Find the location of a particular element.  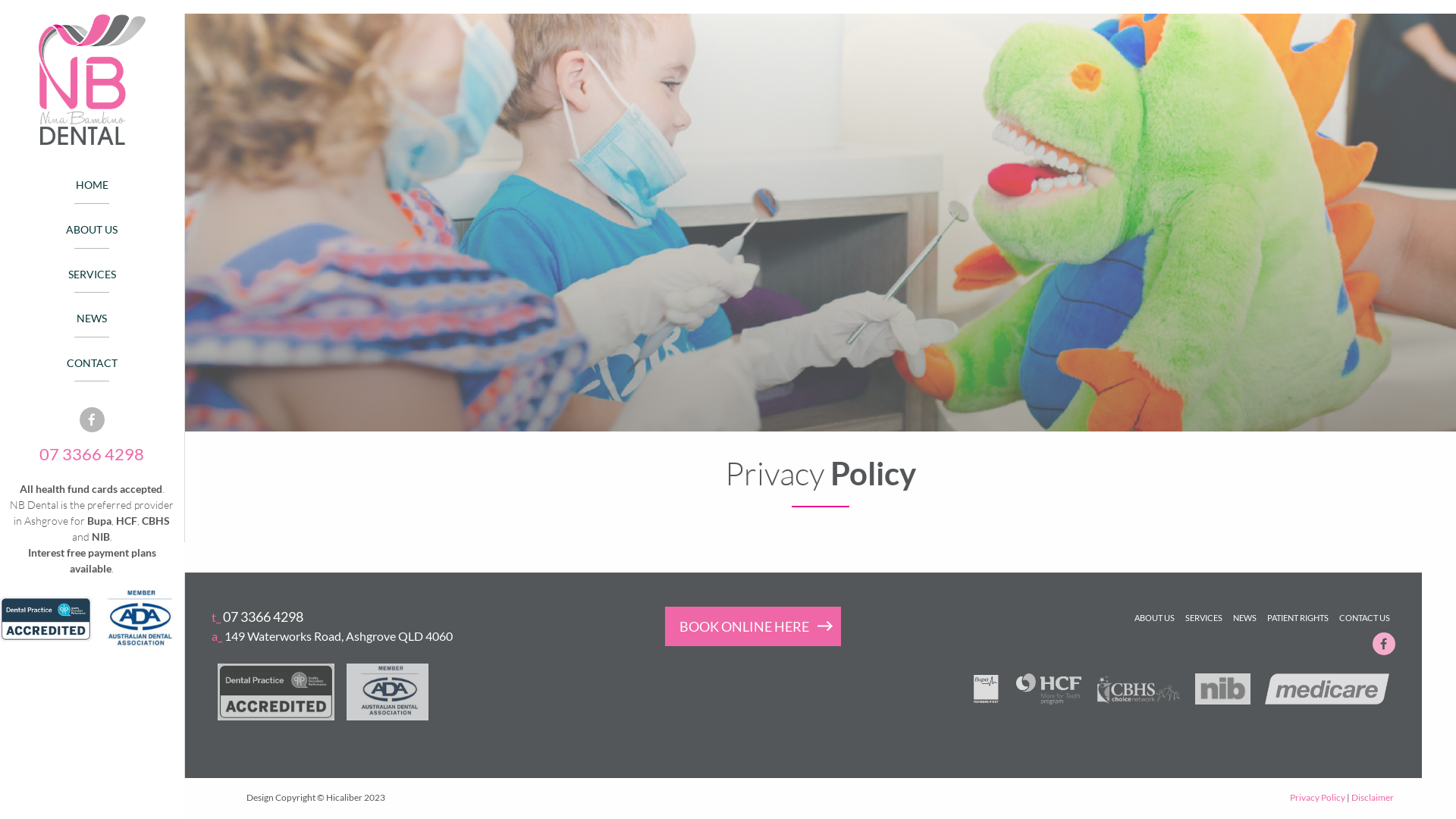

'07 3366 4298' is located at coordinates (90, 453).